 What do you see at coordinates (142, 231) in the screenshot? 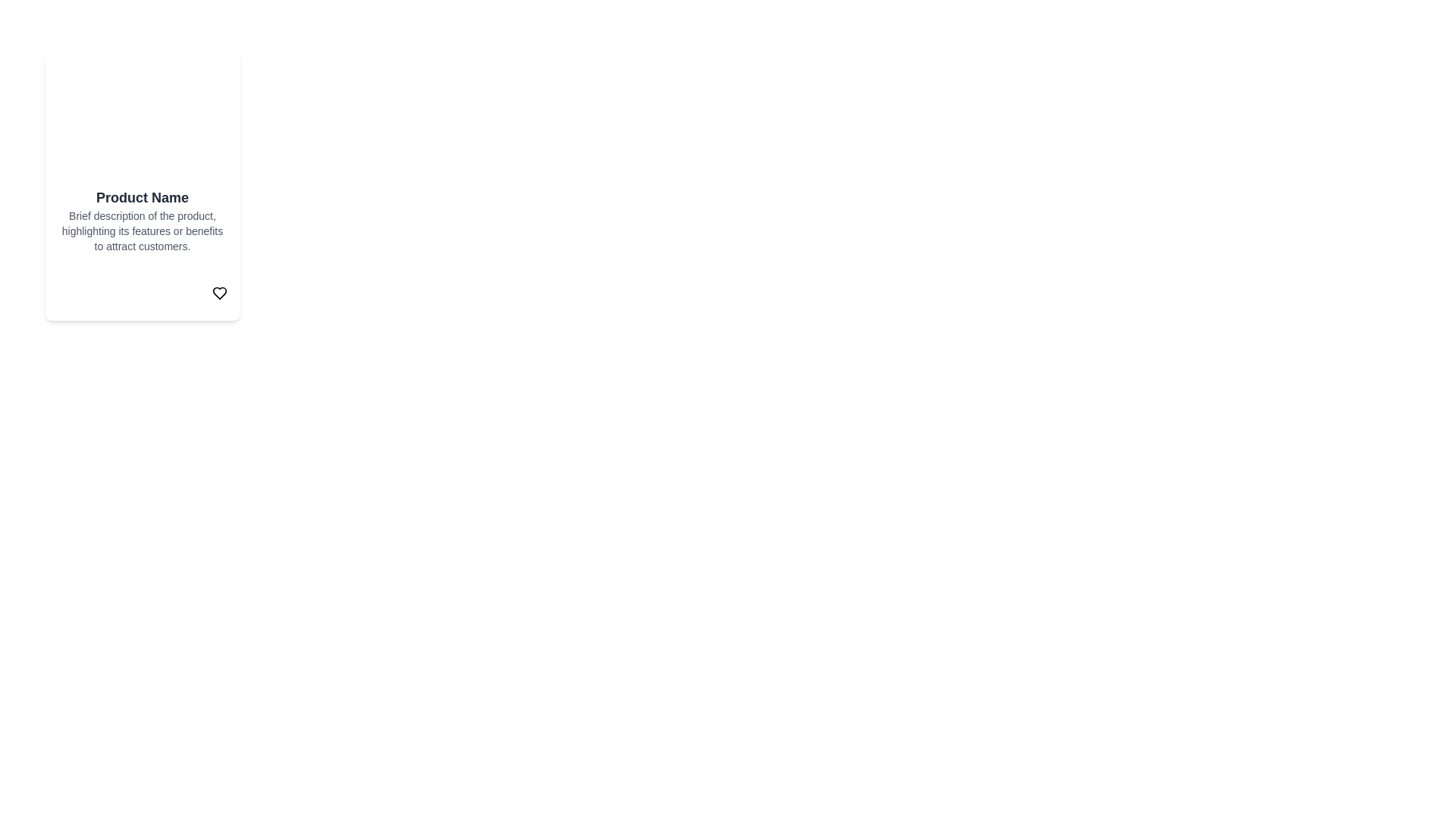
I see `product description displayed in the text field that is positioned below the 'Product Name'` at bounding box center [142, 231].